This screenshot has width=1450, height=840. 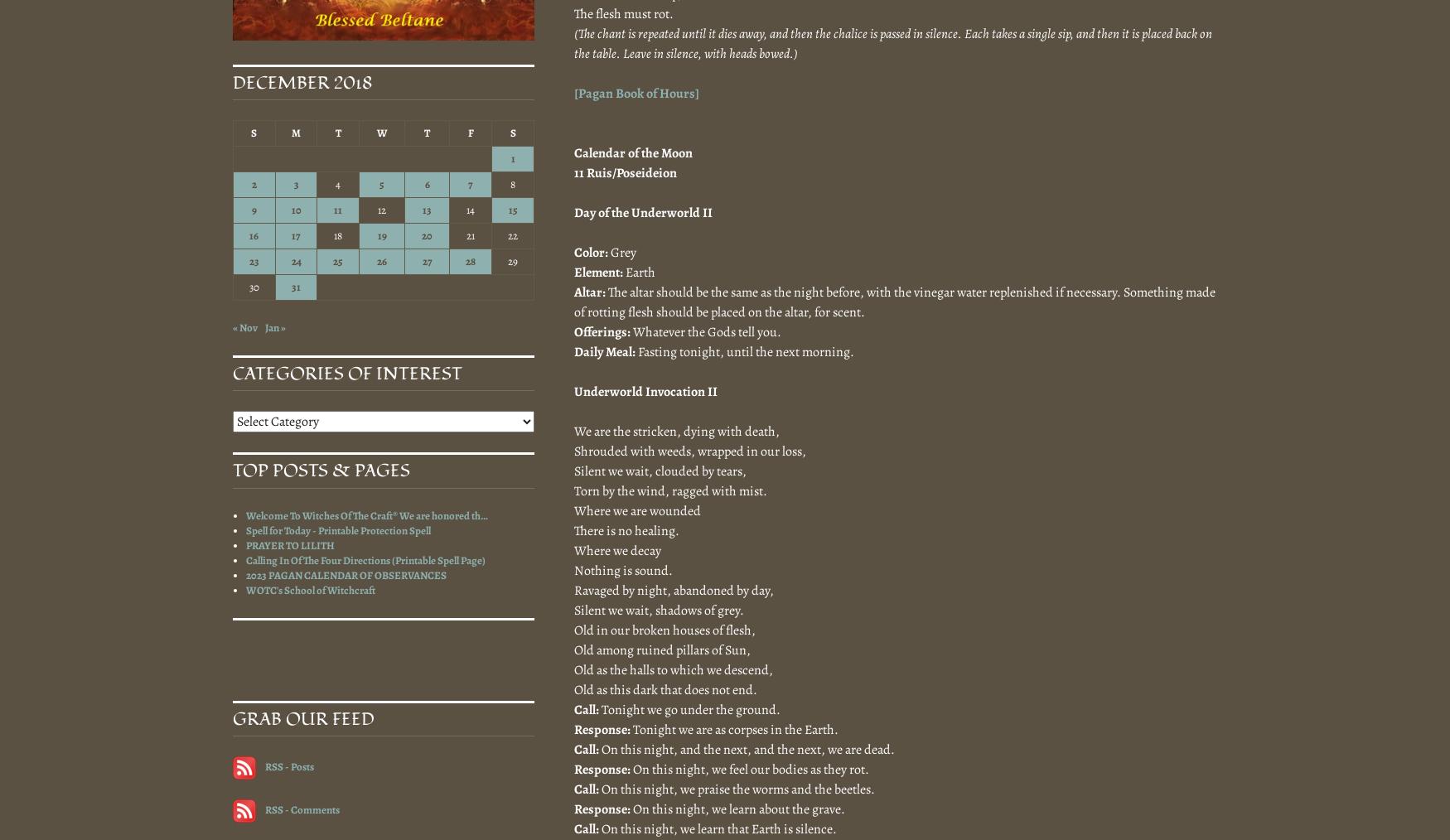 What do you see at coordinates (253, 286) in the screenshot?
I see `'30'` at bounding box center [253, 286].